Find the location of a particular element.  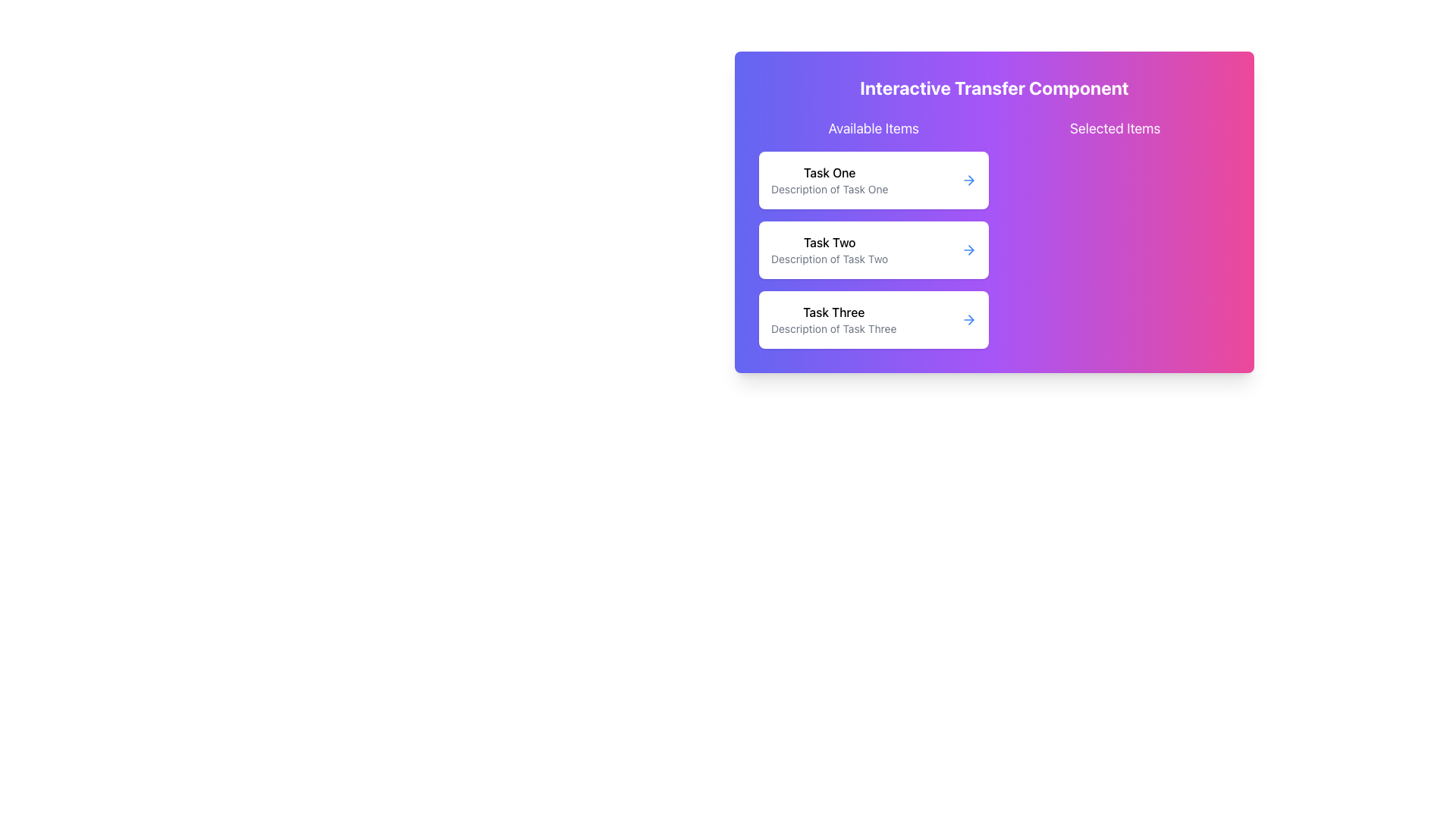

the descriptive text label providing information about 'Task Two', which is located beneath the 'Task Two' label in the 'Available Items' section is located at coordinates (829, 259).